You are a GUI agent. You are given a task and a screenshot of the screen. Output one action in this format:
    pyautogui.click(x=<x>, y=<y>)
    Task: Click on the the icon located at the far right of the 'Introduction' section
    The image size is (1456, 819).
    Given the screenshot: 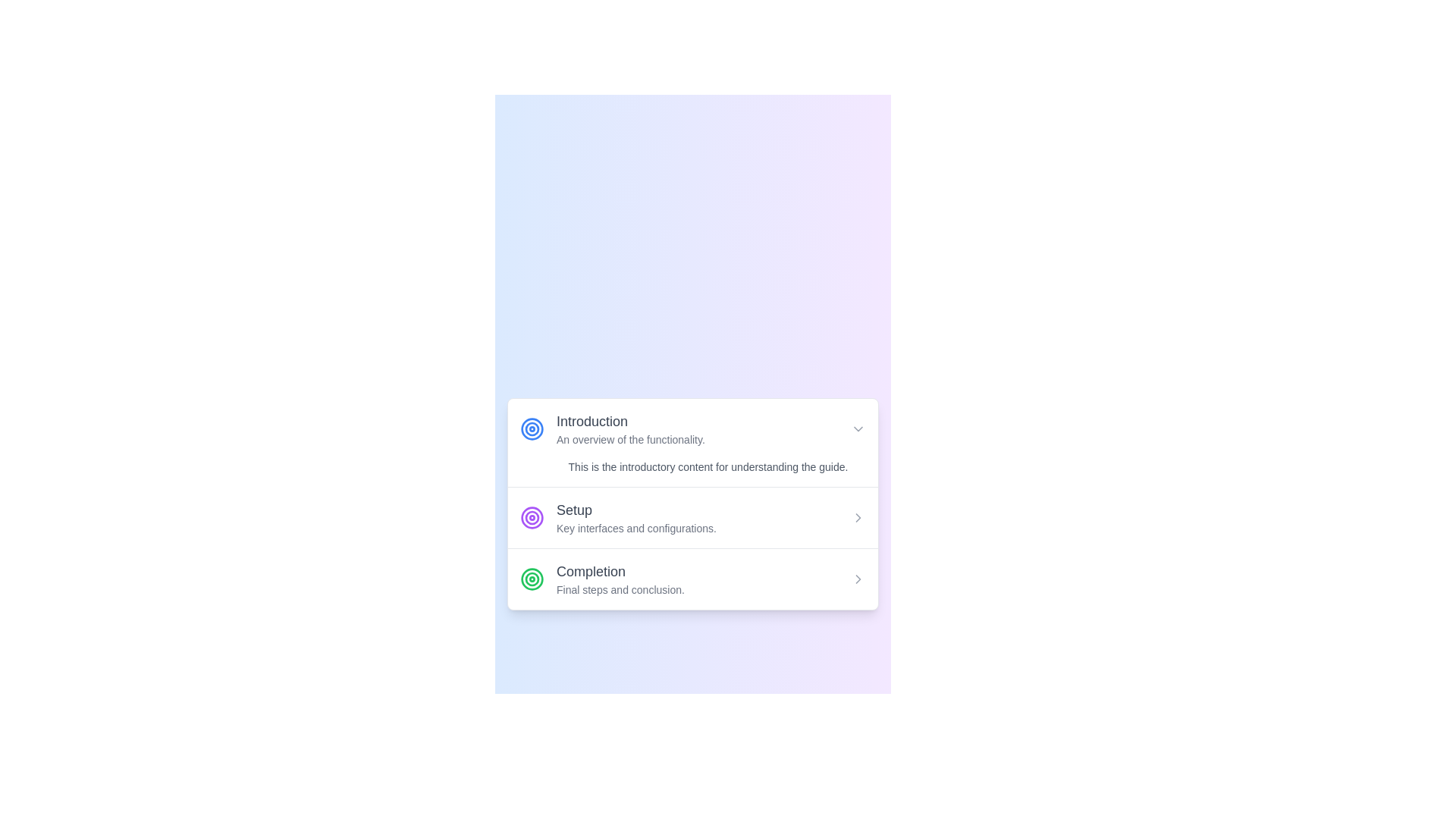 What is the action you would take?
    pyautogui.click(x=858, y=429)
    